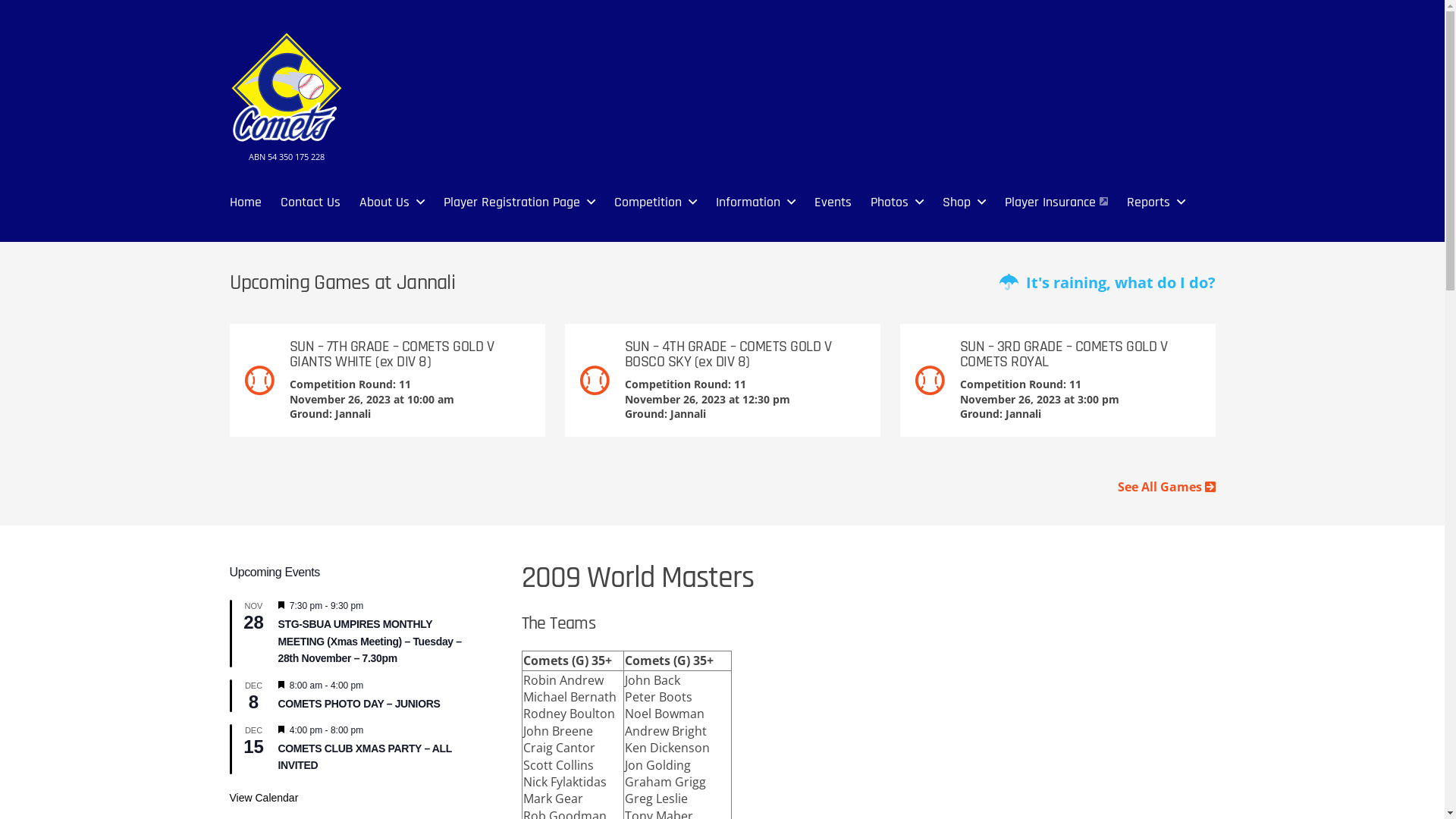 The height and width of the screenshot is (819, 1456). What do you see at coordinates (889, 201) in the screenshot?
I see `'Photos'` at bounding box center [889, 201].